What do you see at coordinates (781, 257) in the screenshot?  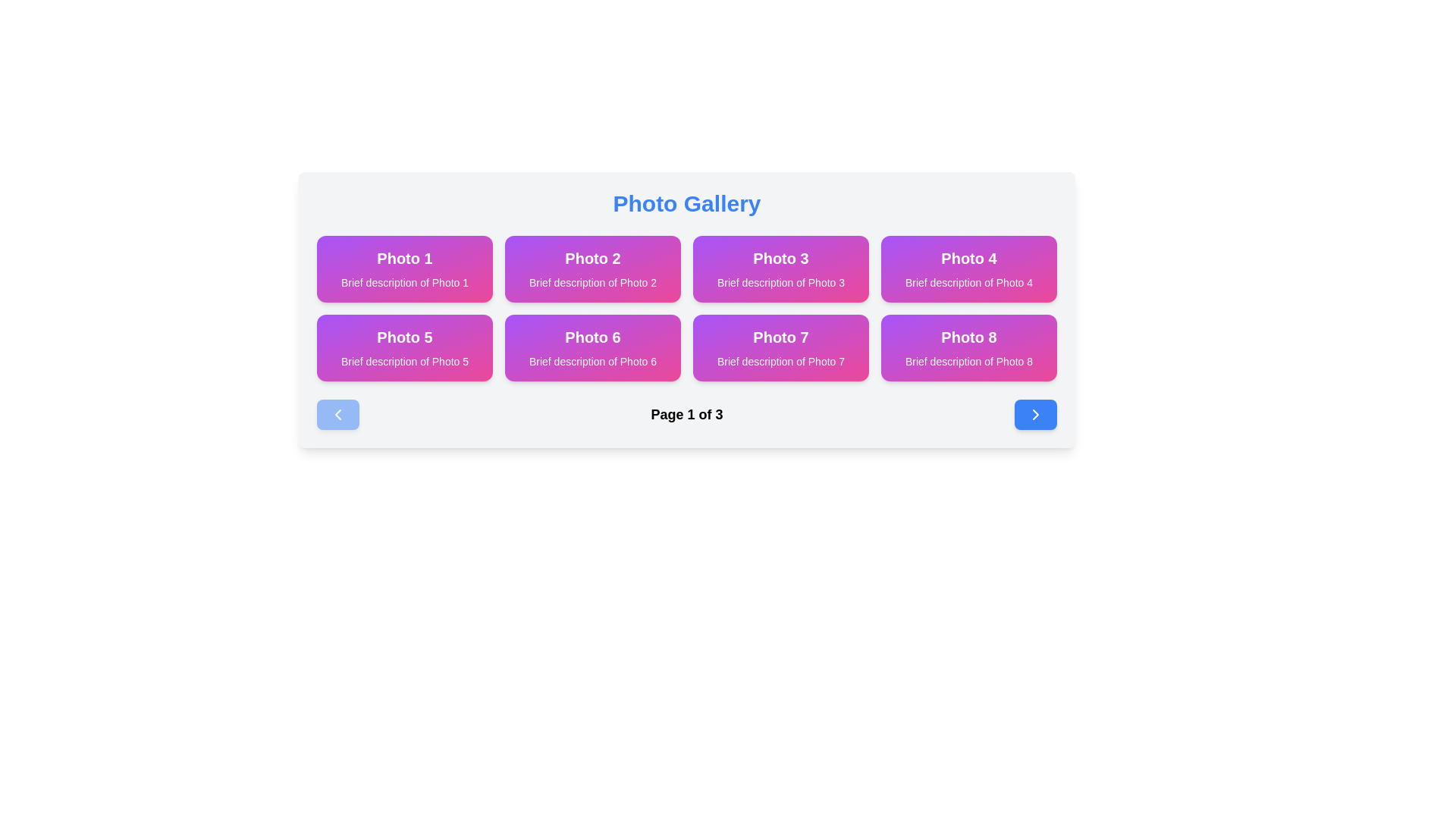 I see `the text label 'Photo 3' displayed in bold and large font style, which is part of the grid layout and centered within its card` at bounding box center [781, 257].